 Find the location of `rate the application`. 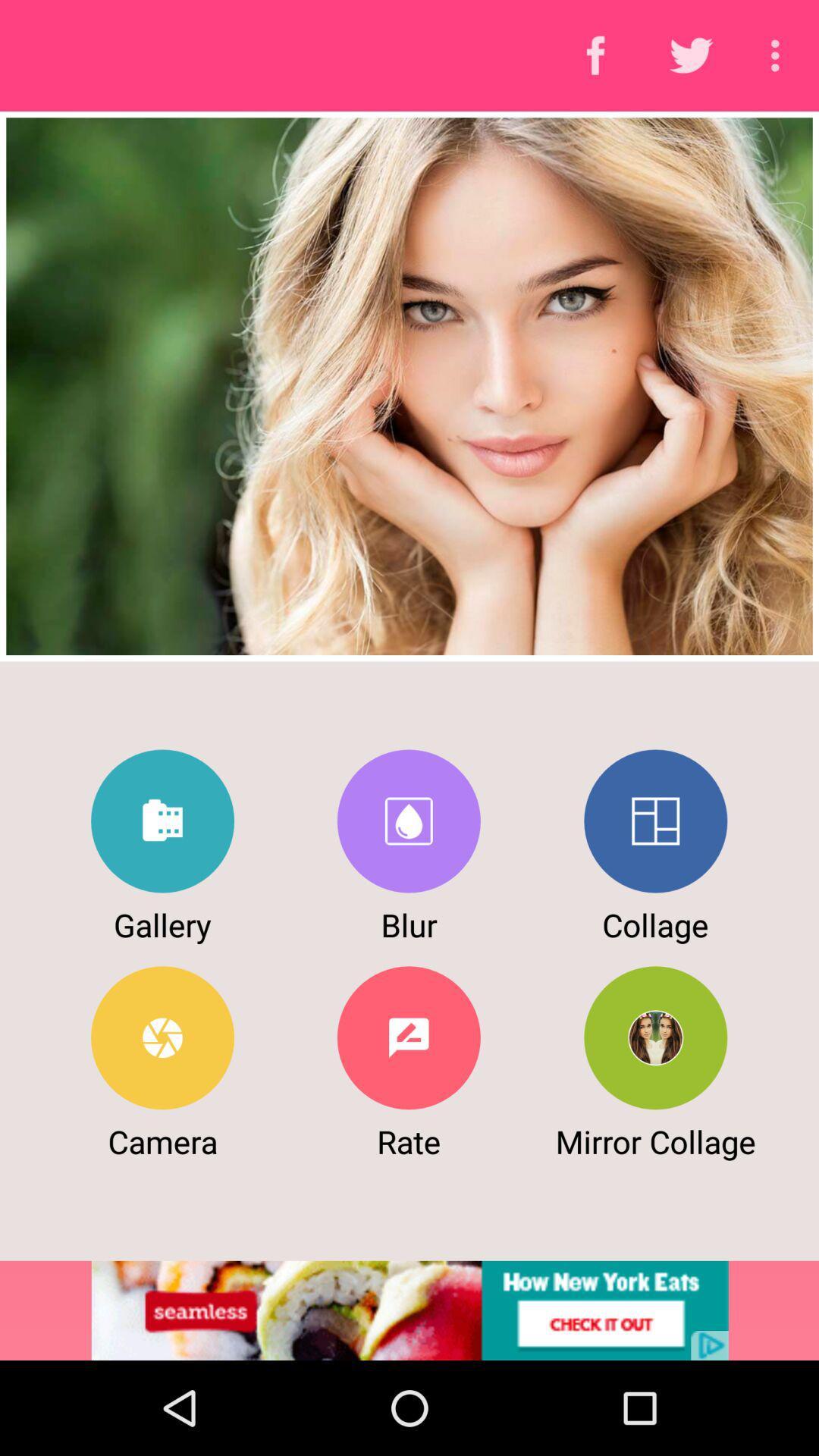

rate the application is located at coordinates (408, 1037).